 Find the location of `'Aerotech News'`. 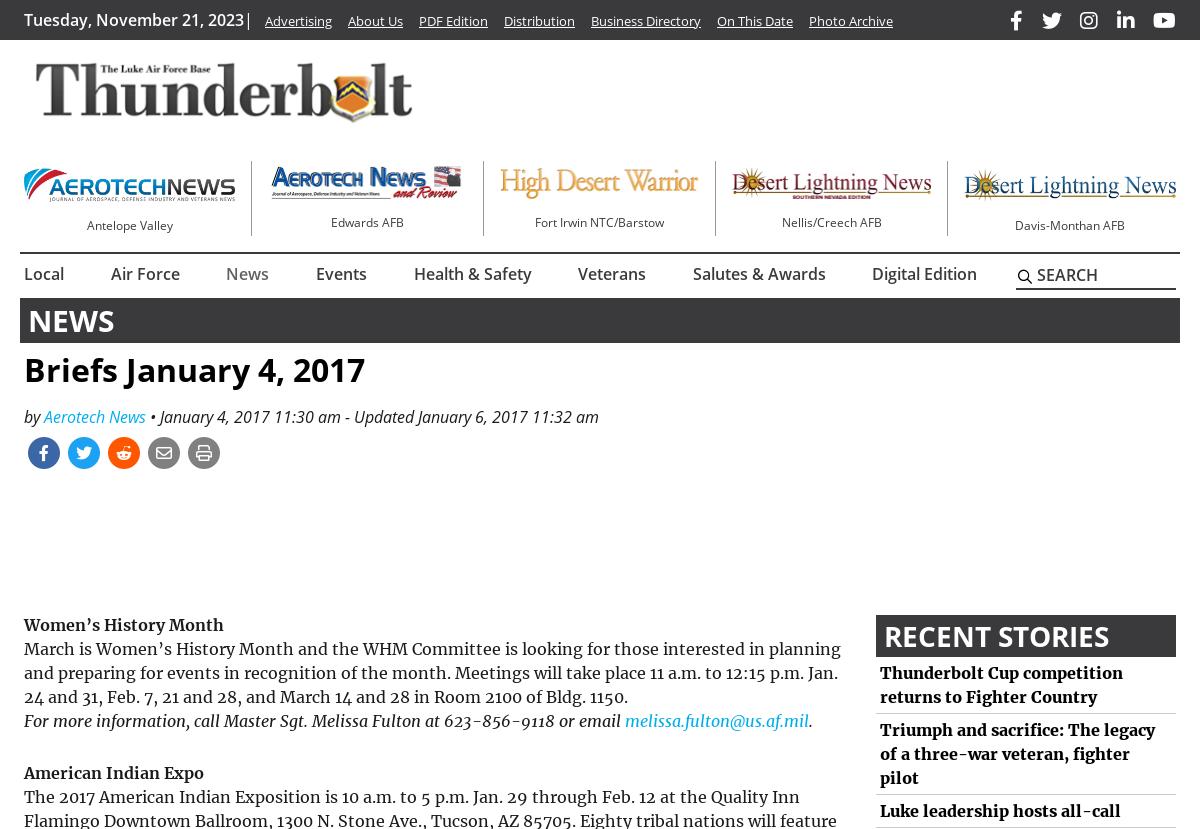

'Aerotech News' is located at coordinates (93, 415).